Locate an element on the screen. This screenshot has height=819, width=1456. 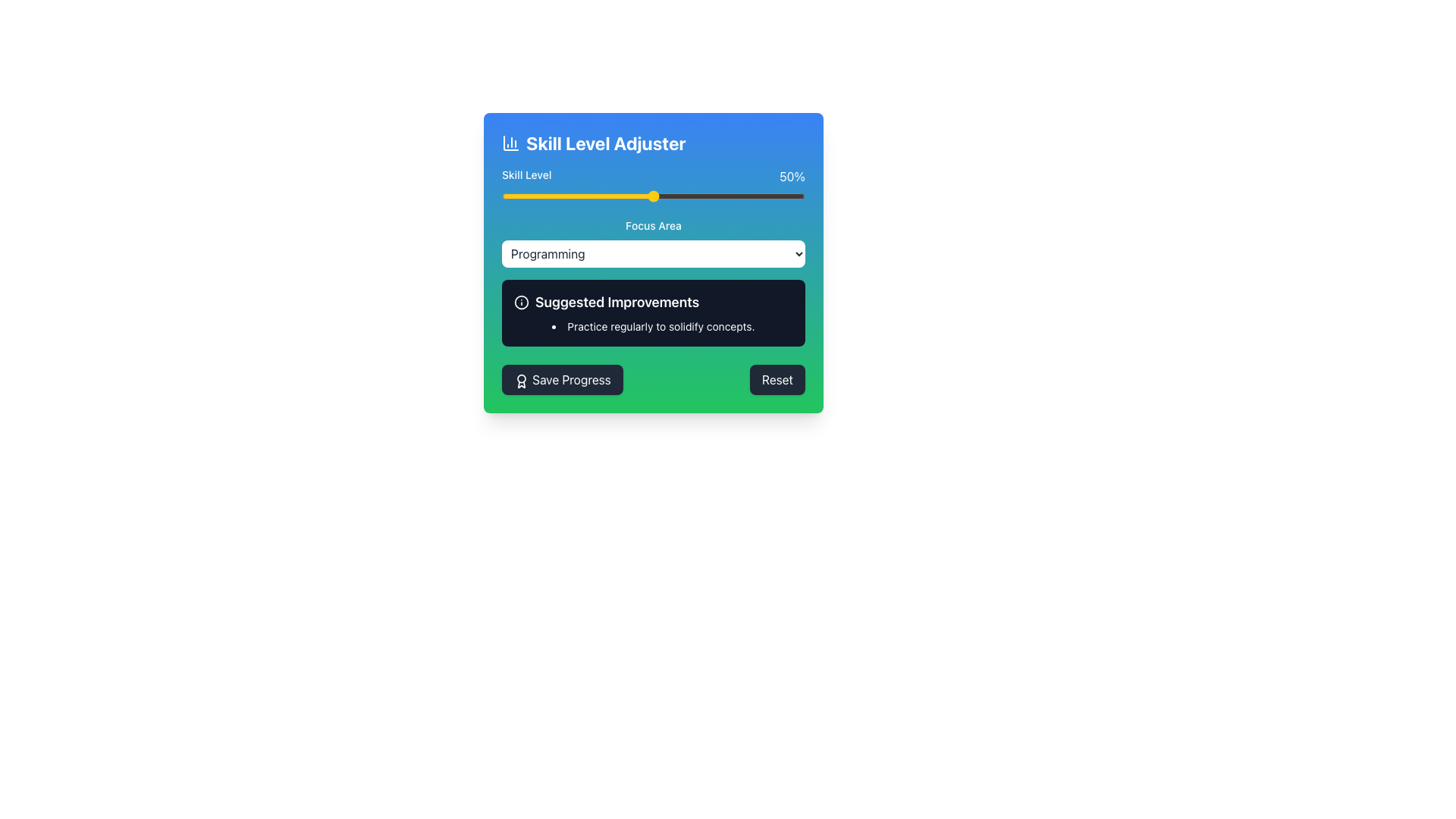
the award icon SVG element located on the left side of the 'Save Progress' button, which has a dark background and rounded corners is located at coordinates (521, 379).